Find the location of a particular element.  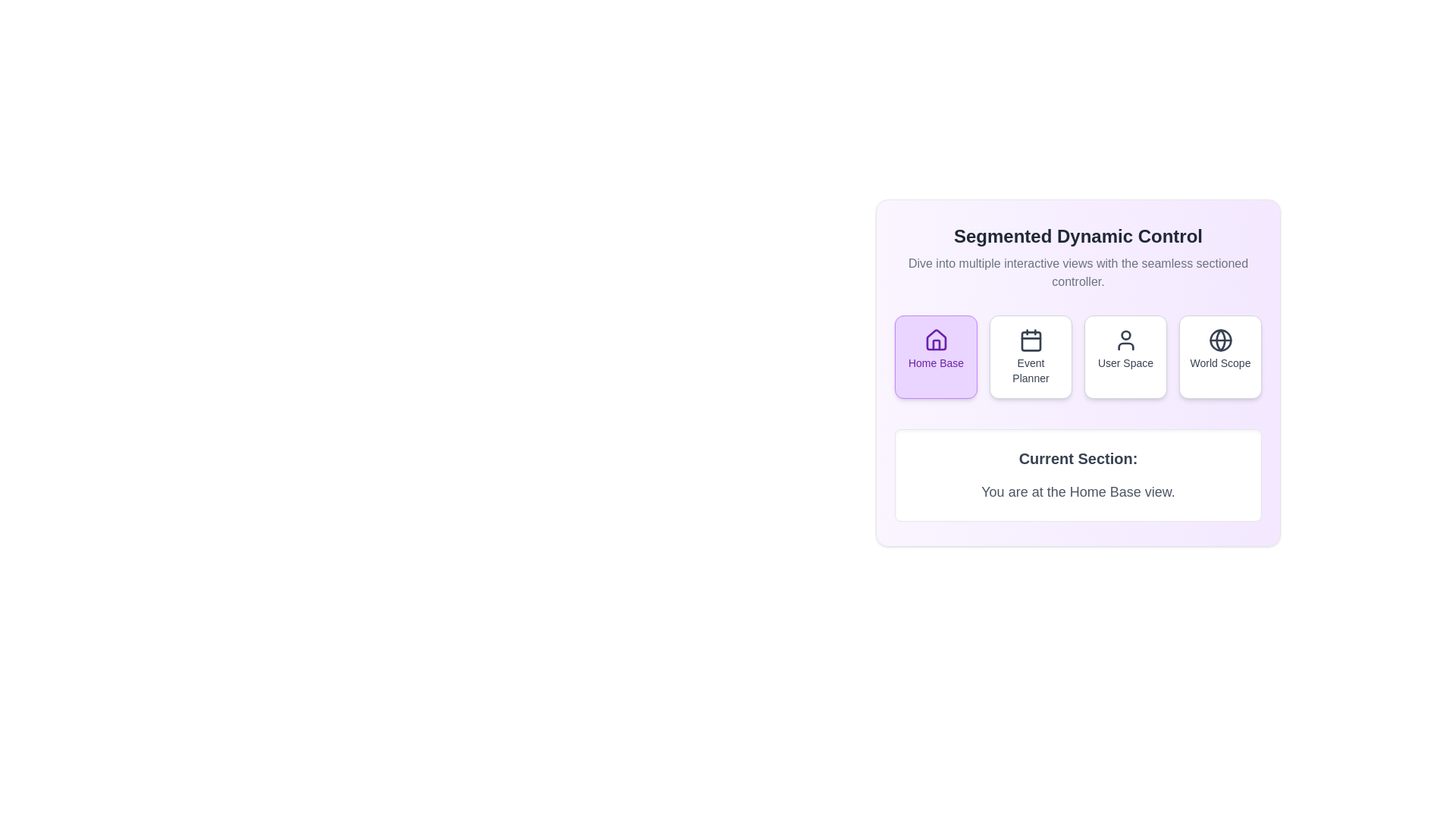

the segmented control button to change the section or view, which is centrally located within a light purple gradient background is located at coordinates (1077, 356).